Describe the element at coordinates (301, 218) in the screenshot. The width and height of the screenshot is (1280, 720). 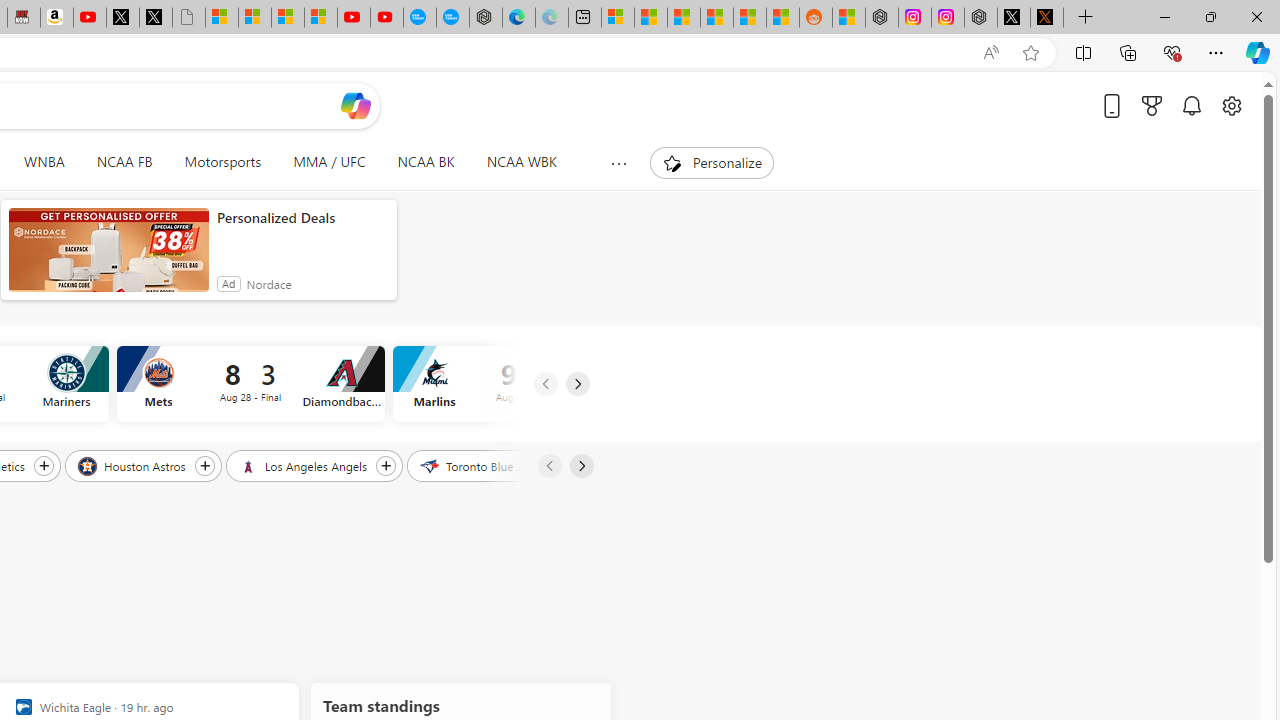
I see `'Personalized Deals'` at that location.